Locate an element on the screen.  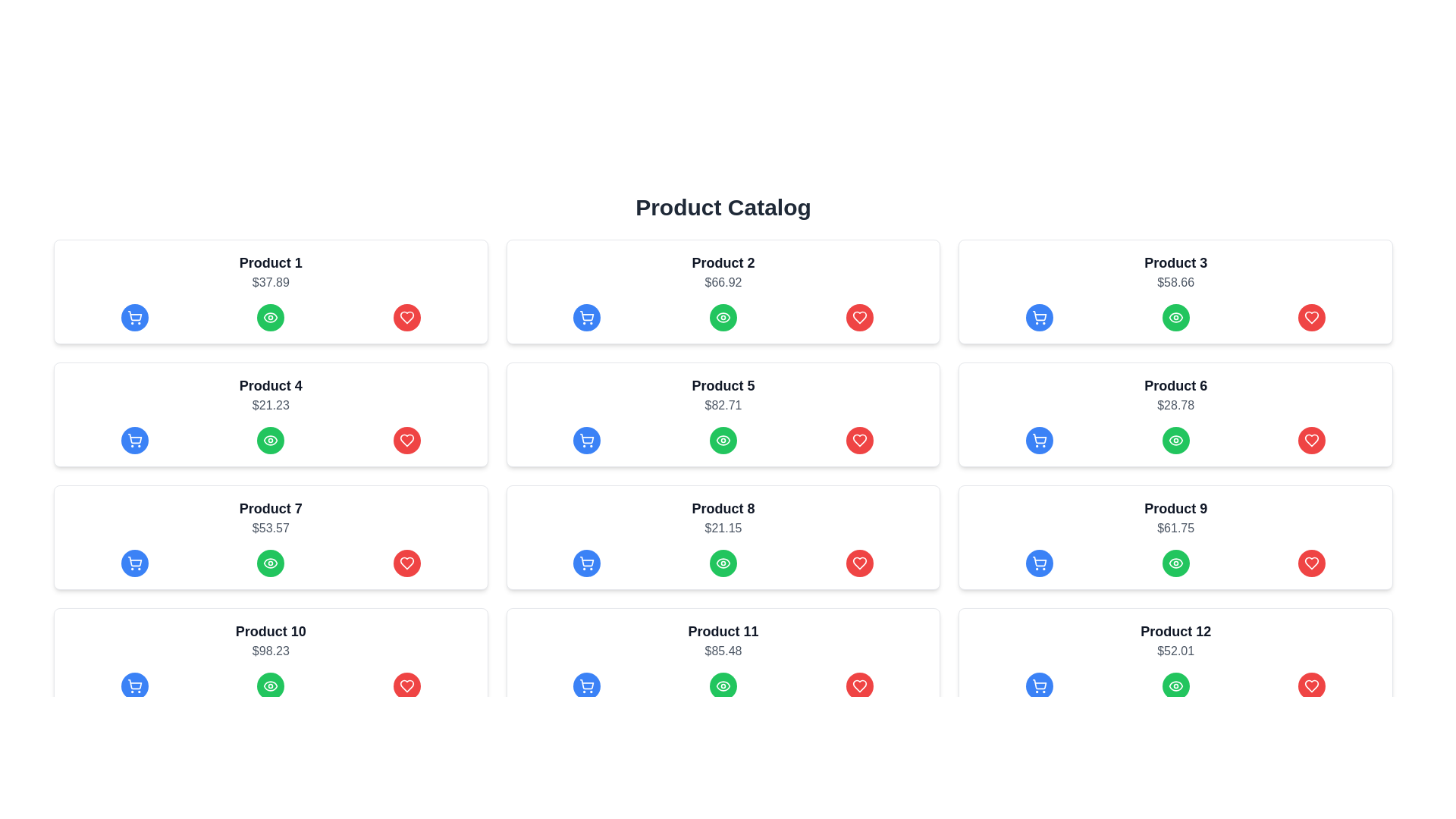
the green circular button with an eye icon located under the 'Product 7' card in the product catalog grid is located at coordinates (271, 563).